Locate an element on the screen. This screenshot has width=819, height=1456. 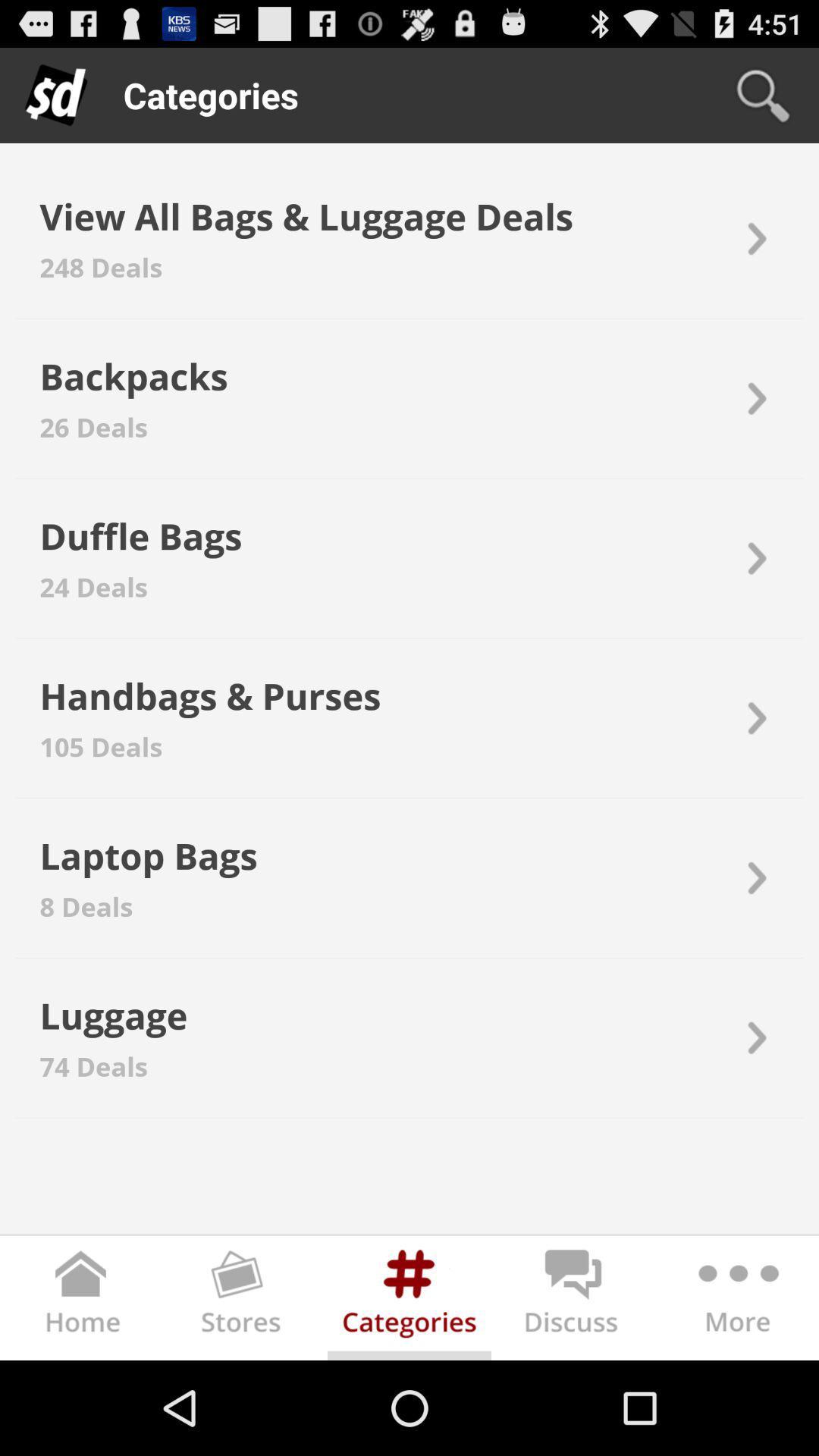
the more icon is located at coordinates (736, 1392).